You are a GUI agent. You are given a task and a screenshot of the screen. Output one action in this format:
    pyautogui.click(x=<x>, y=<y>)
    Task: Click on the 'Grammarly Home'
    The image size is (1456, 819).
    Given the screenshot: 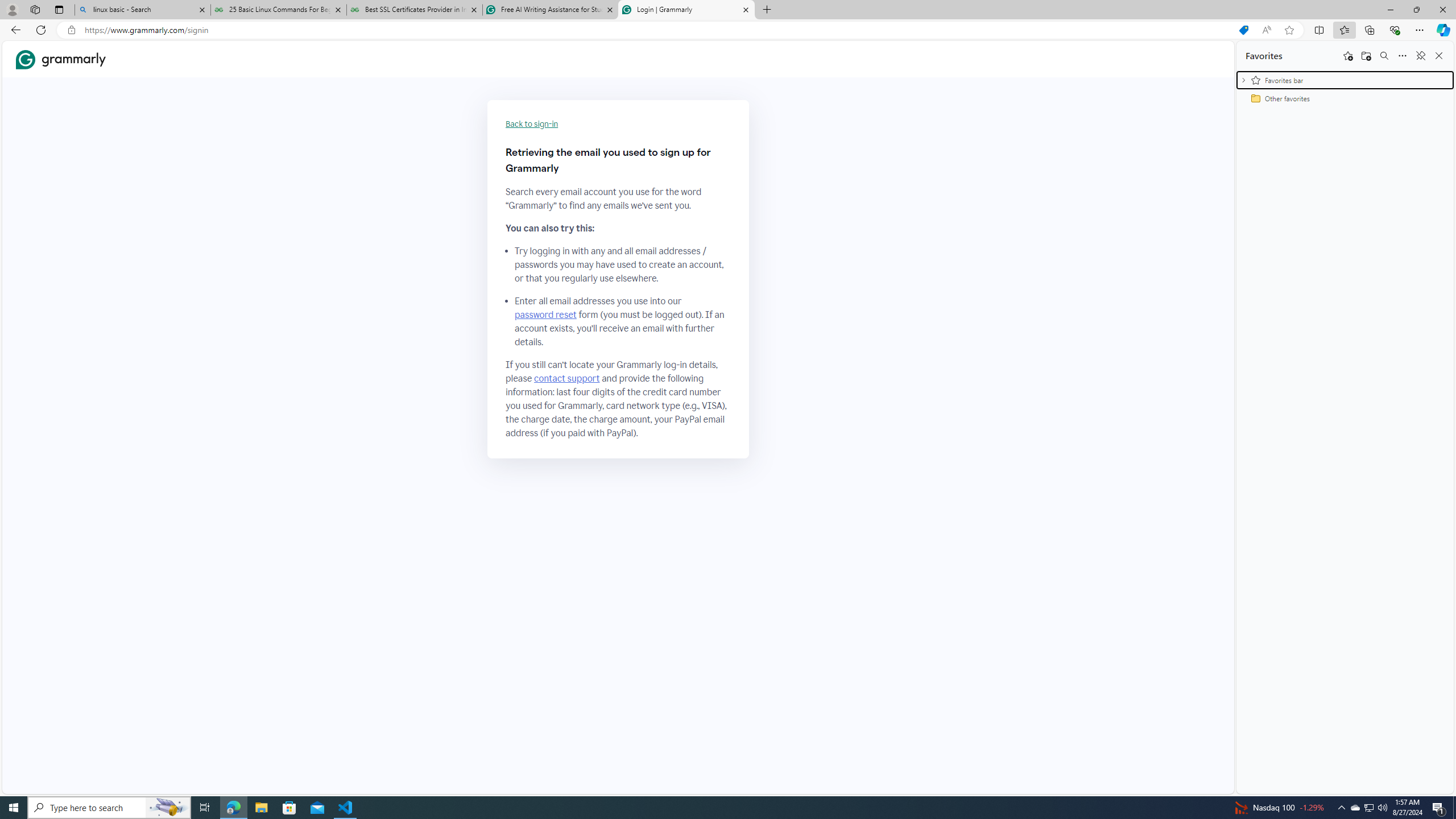 What is the action you would take?
    pyautogui.click(x=60, y=59)
    